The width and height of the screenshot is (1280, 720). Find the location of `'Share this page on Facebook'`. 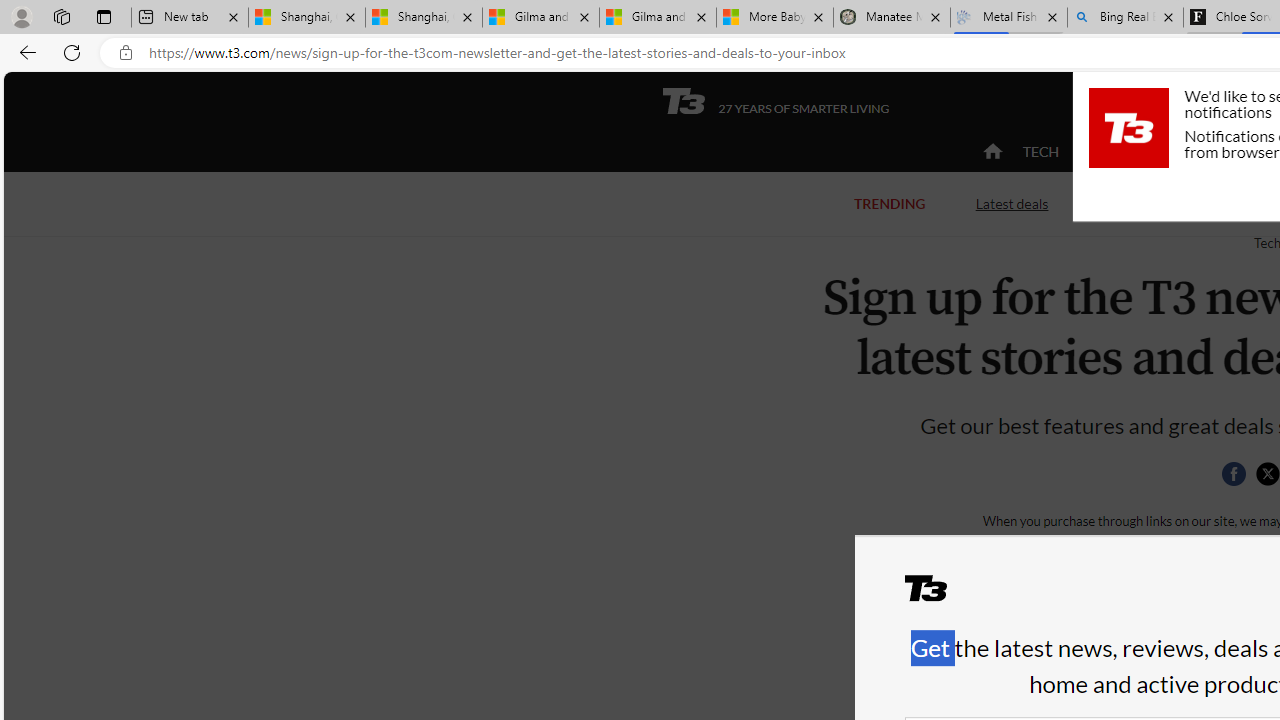

'Share this page on Facebook' is located at coordinates (1232, 474).